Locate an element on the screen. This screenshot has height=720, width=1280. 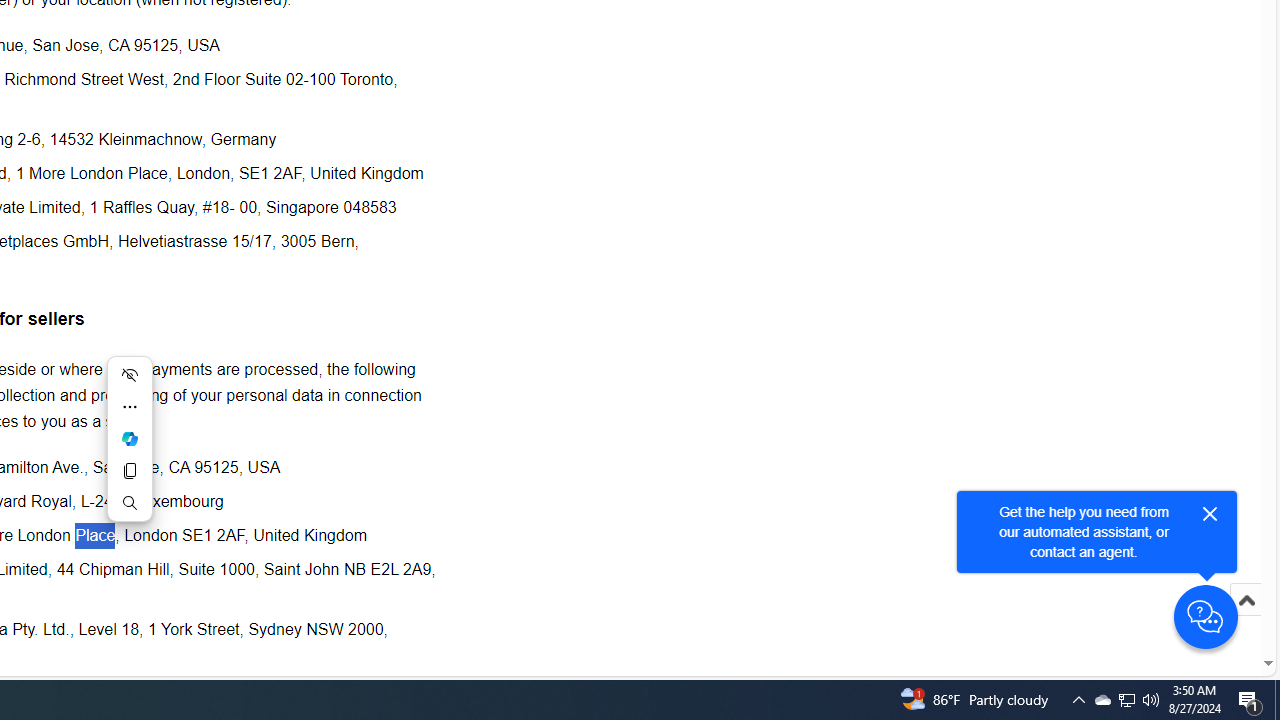
'More actions' is located at coordinates (128, 406).